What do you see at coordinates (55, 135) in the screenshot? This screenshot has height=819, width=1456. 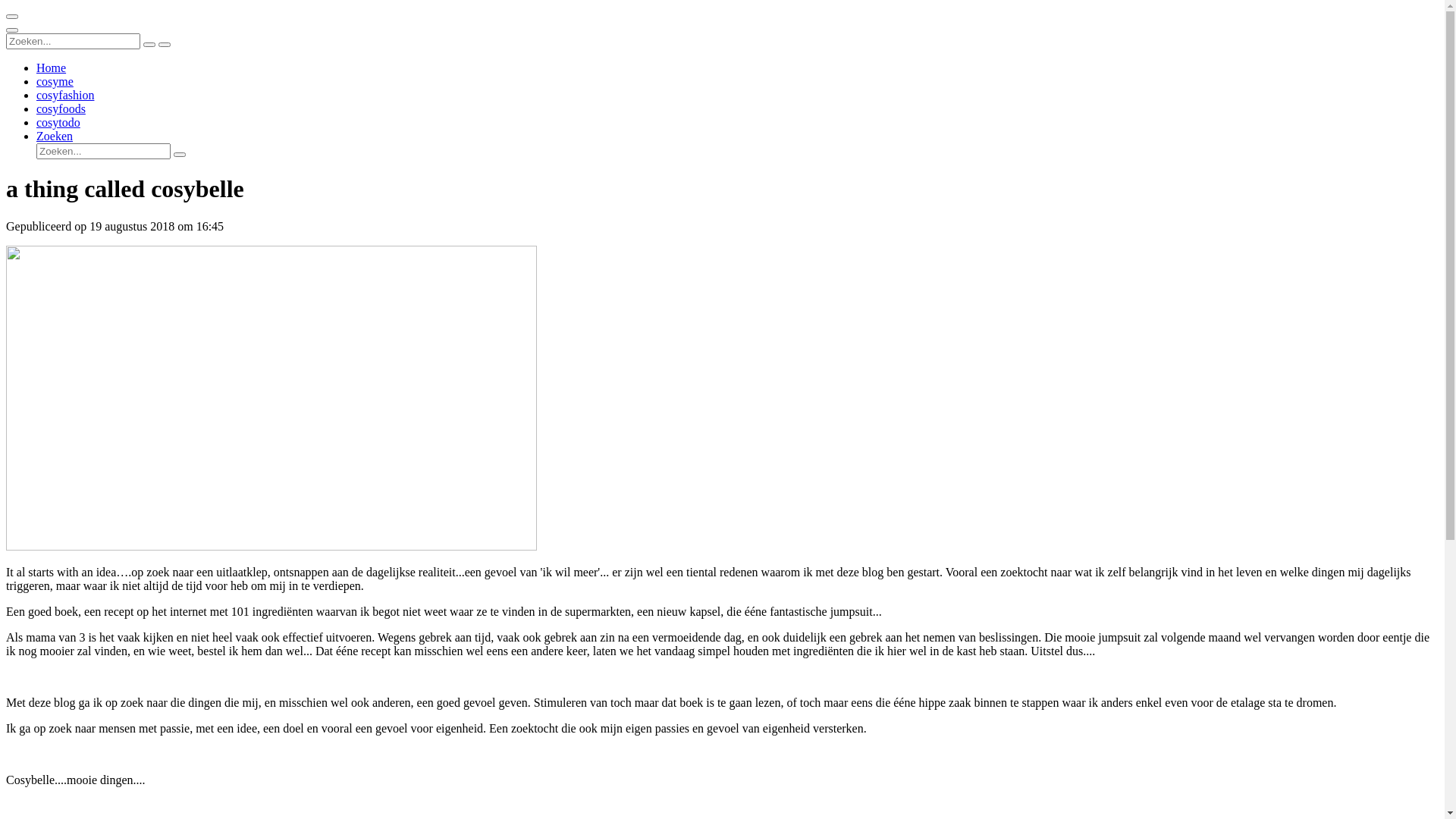 I see `'Zoeken'` at bounding box center [55, 135].